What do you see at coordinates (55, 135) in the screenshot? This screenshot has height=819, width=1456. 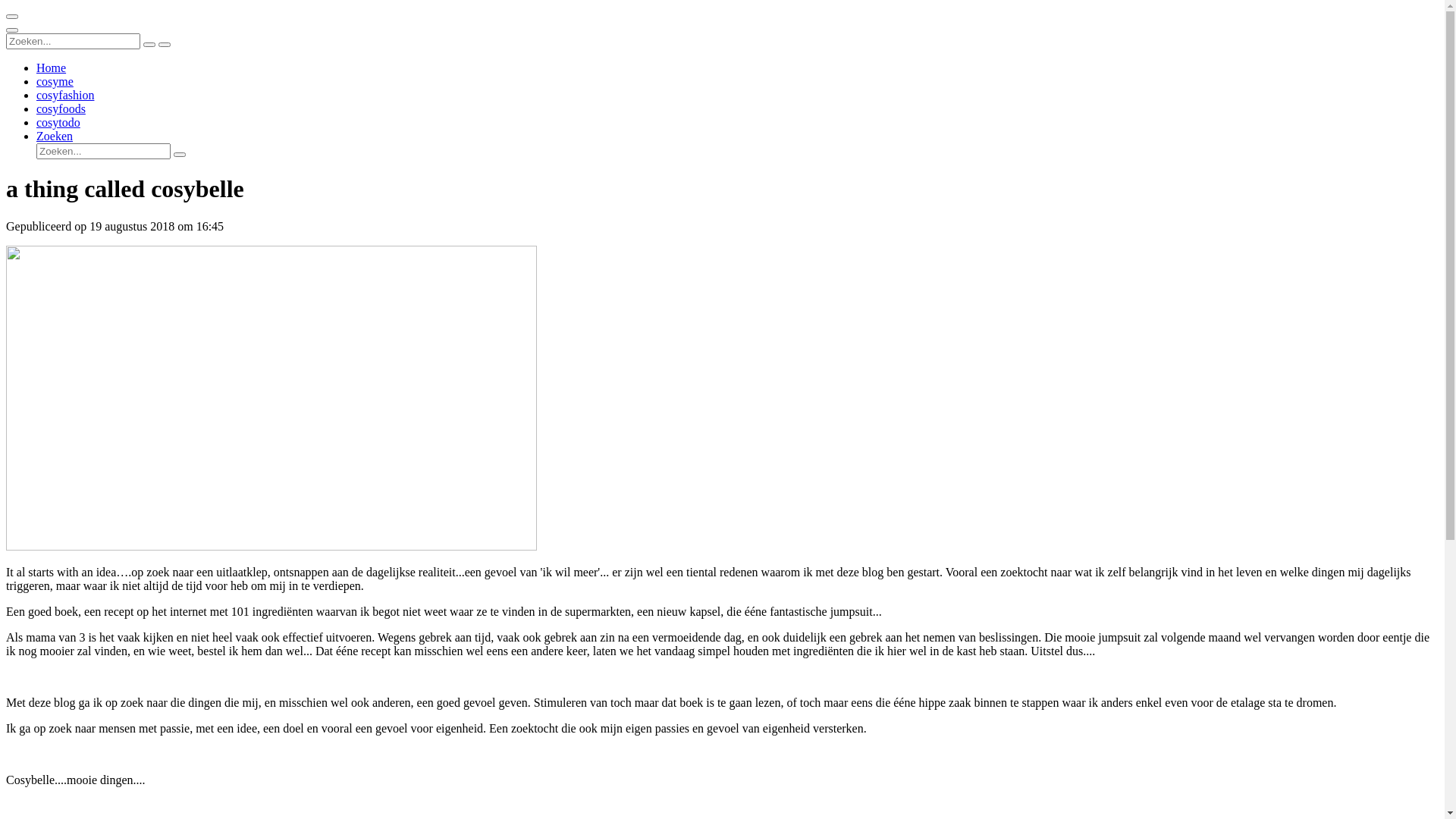 I see `'Zoeken'` at bounding box center [55, 135].